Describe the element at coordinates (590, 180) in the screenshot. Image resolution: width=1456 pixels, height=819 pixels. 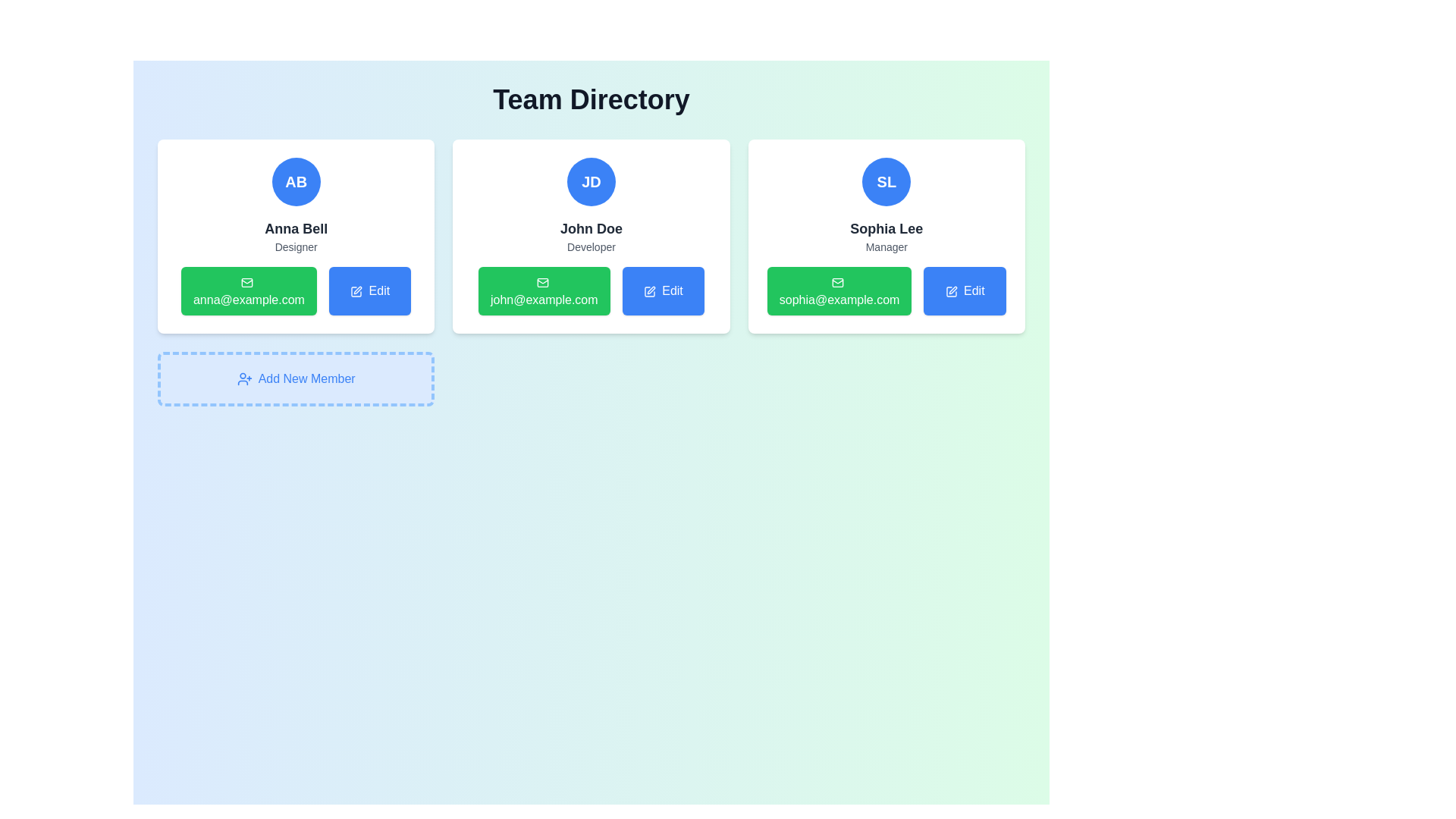
I see `the Avatar component representing 'John Doe', which is a circular element with a blue background and bold white text 'JD'` at that location.